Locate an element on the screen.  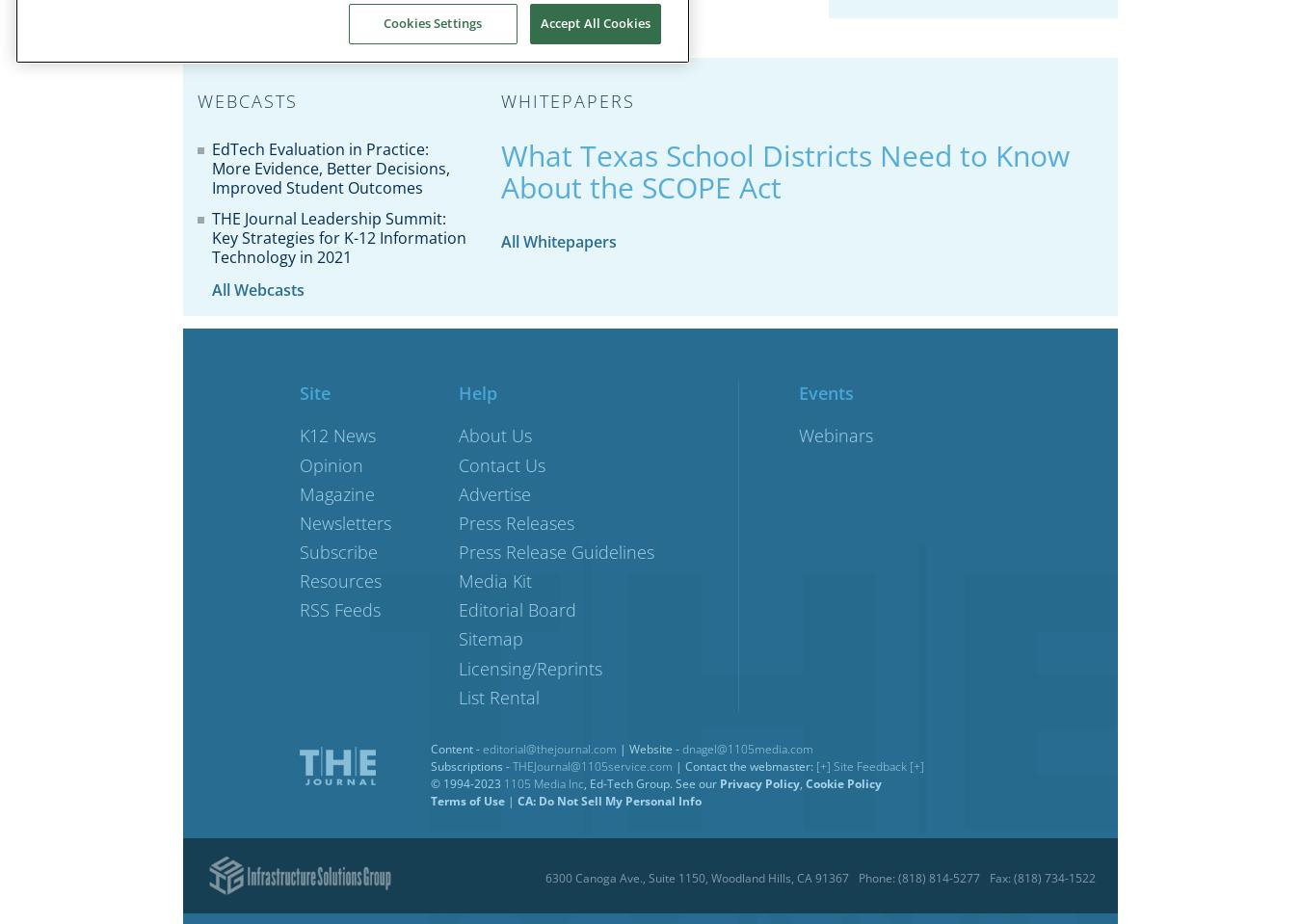
'CA: Do Not Sell My Personal Info' is located at coordinates (609, 799).